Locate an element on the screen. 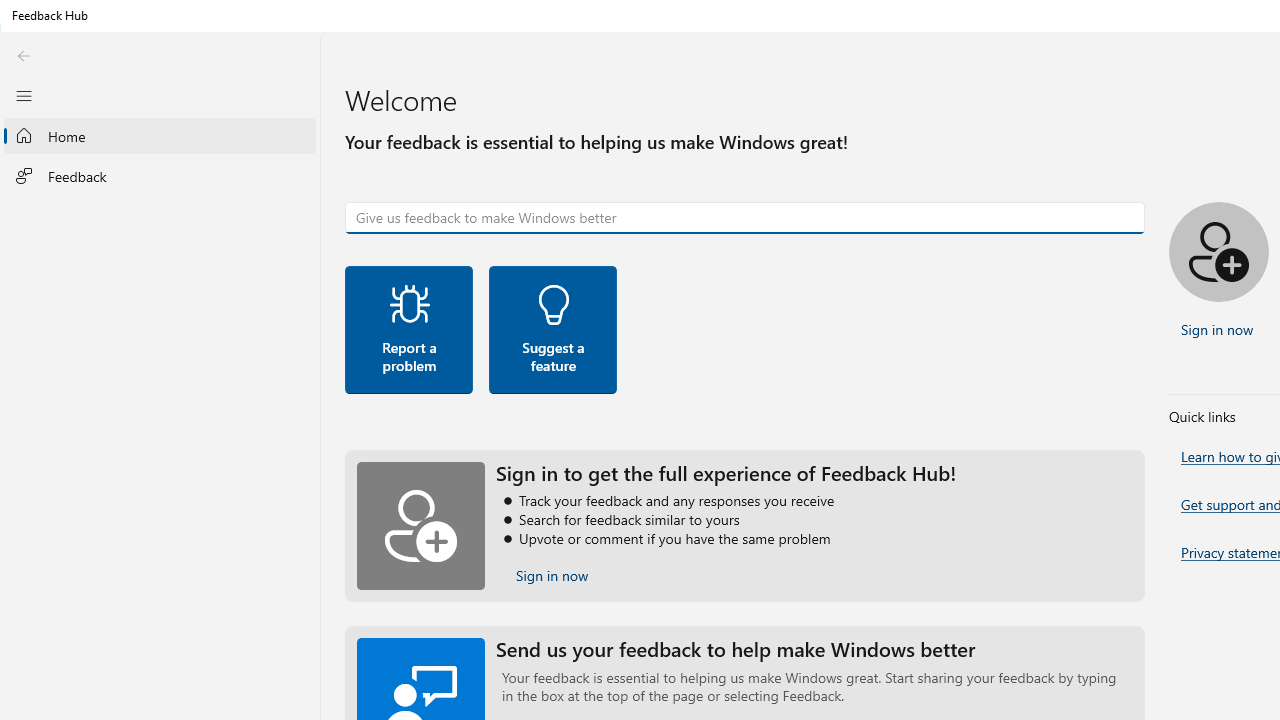 The width and height of the screenshot is (1280, 720). 'Give us feedback to make Windows better' is located at coordinates (744, 218).